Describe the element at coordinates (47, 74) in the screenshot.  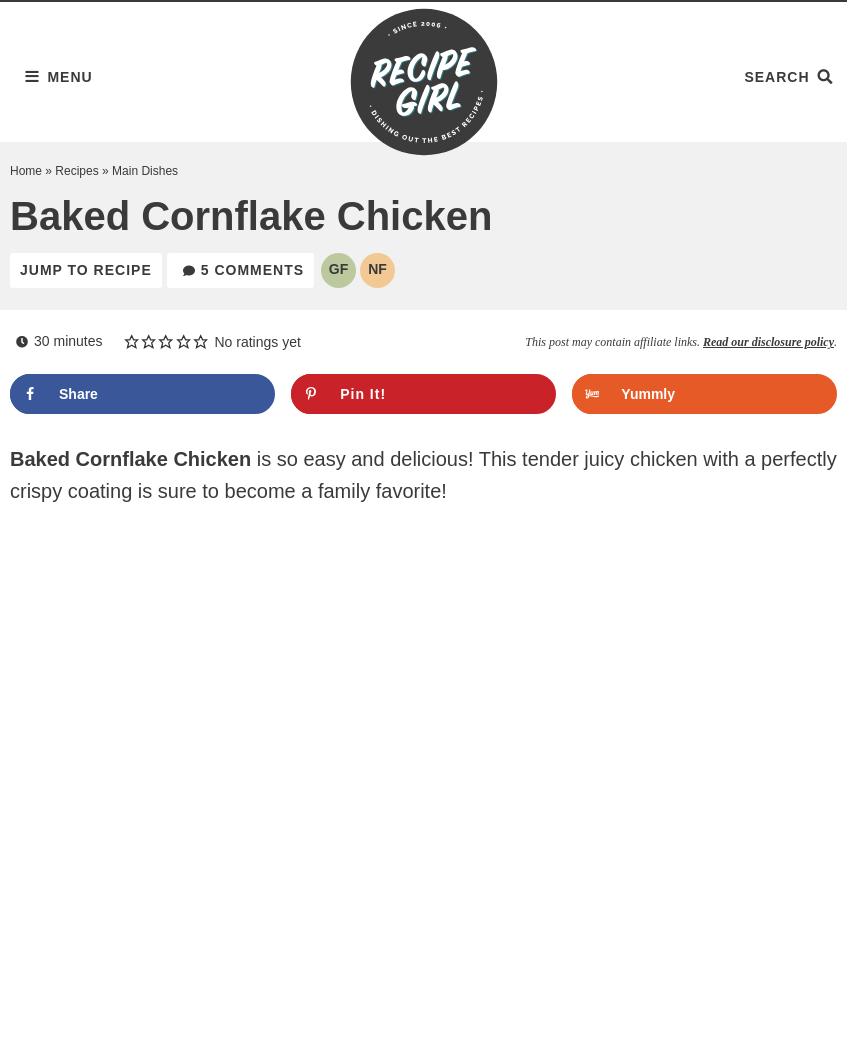
I see `'Menu'` at that location.